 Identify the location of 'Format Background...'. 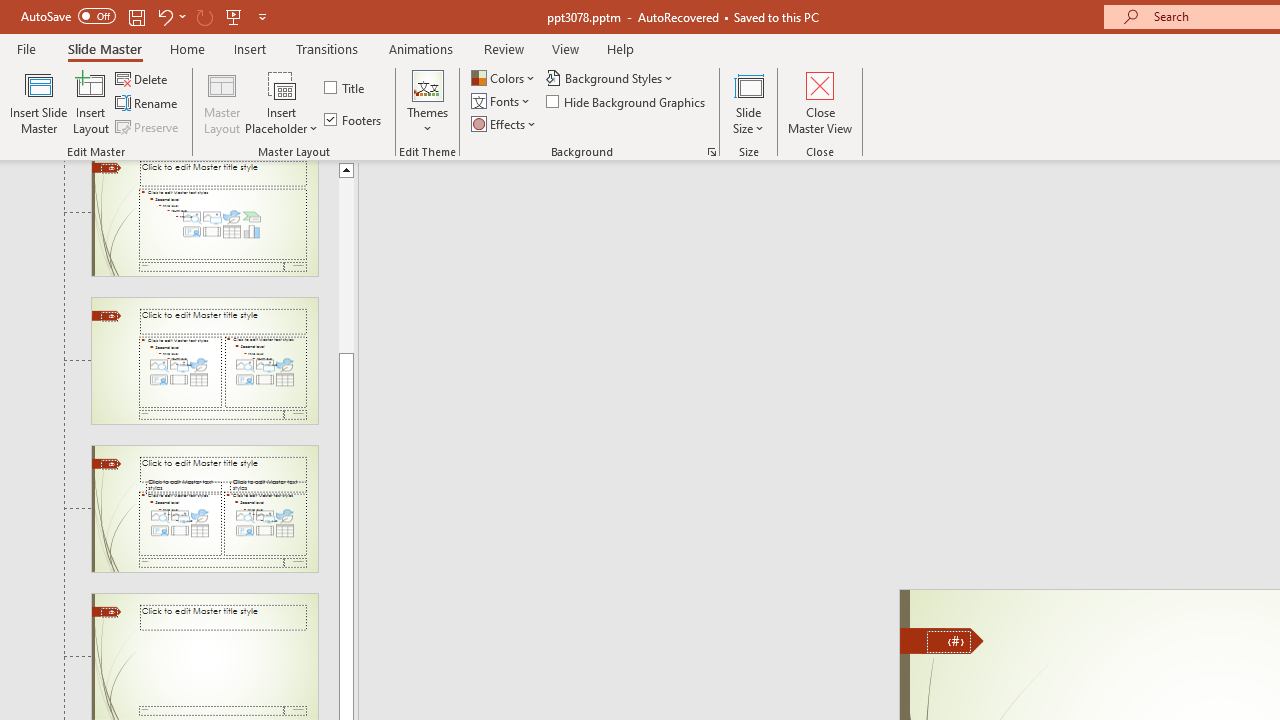
(711, 150).